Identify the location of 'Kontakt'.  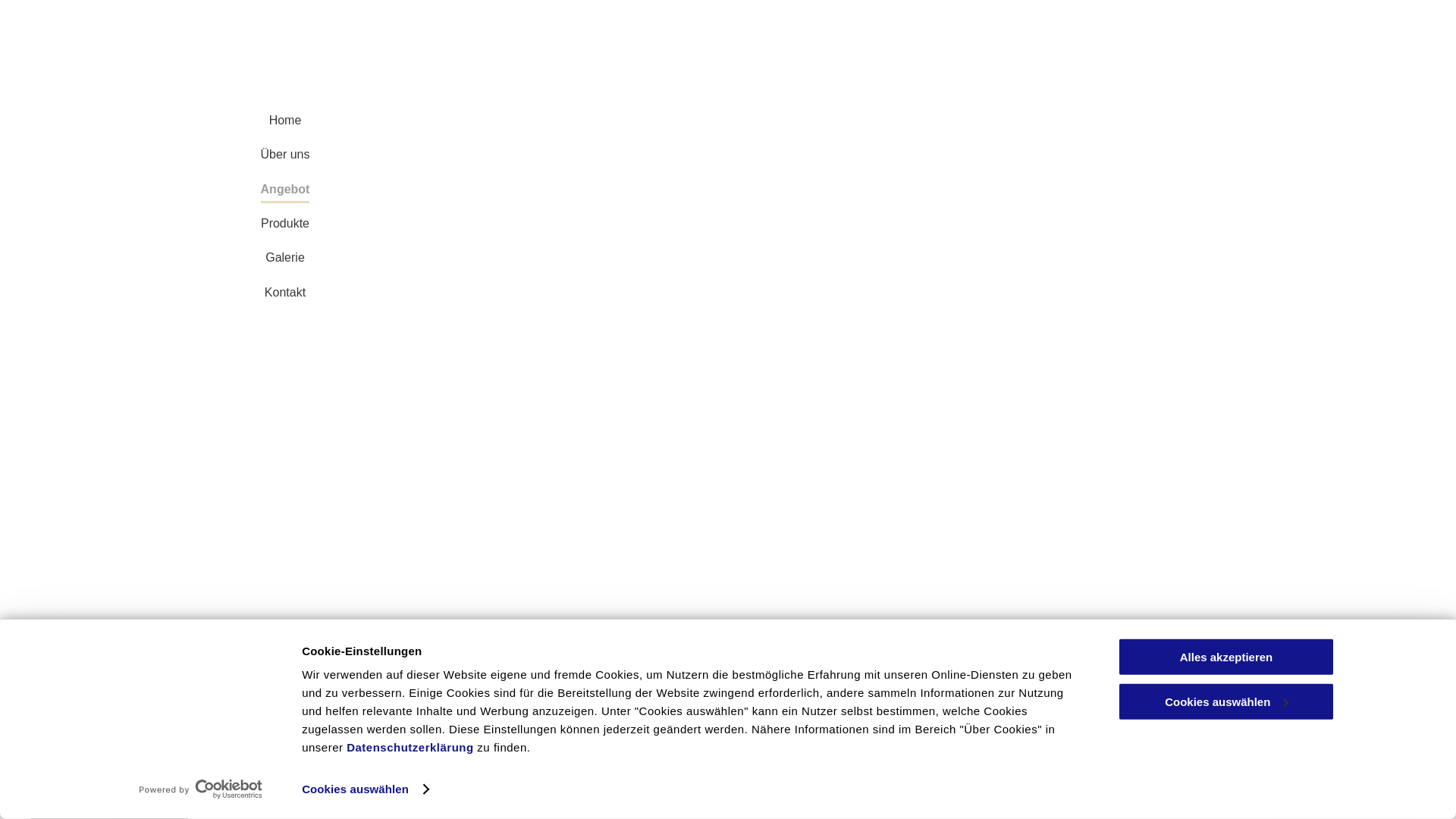
(854, 725).